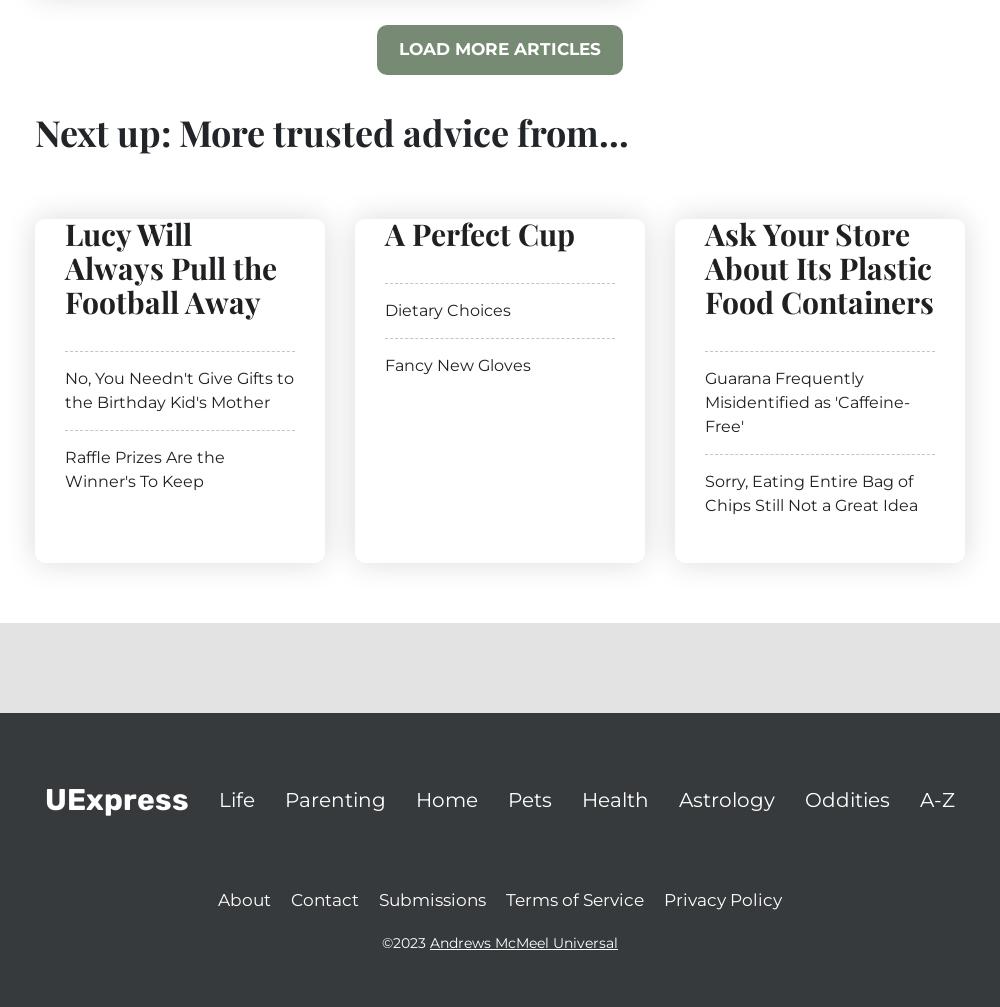  I want to click on 'The dogs in this observational study will include many different breeds in different environments: short-lived dogs, long-lived dogs, dogs in wealthy households and dogs in more modest households. The researchers will look at not just how long the dogs live, but also at how environmental factors affect them as they age.', so click(333, 777).